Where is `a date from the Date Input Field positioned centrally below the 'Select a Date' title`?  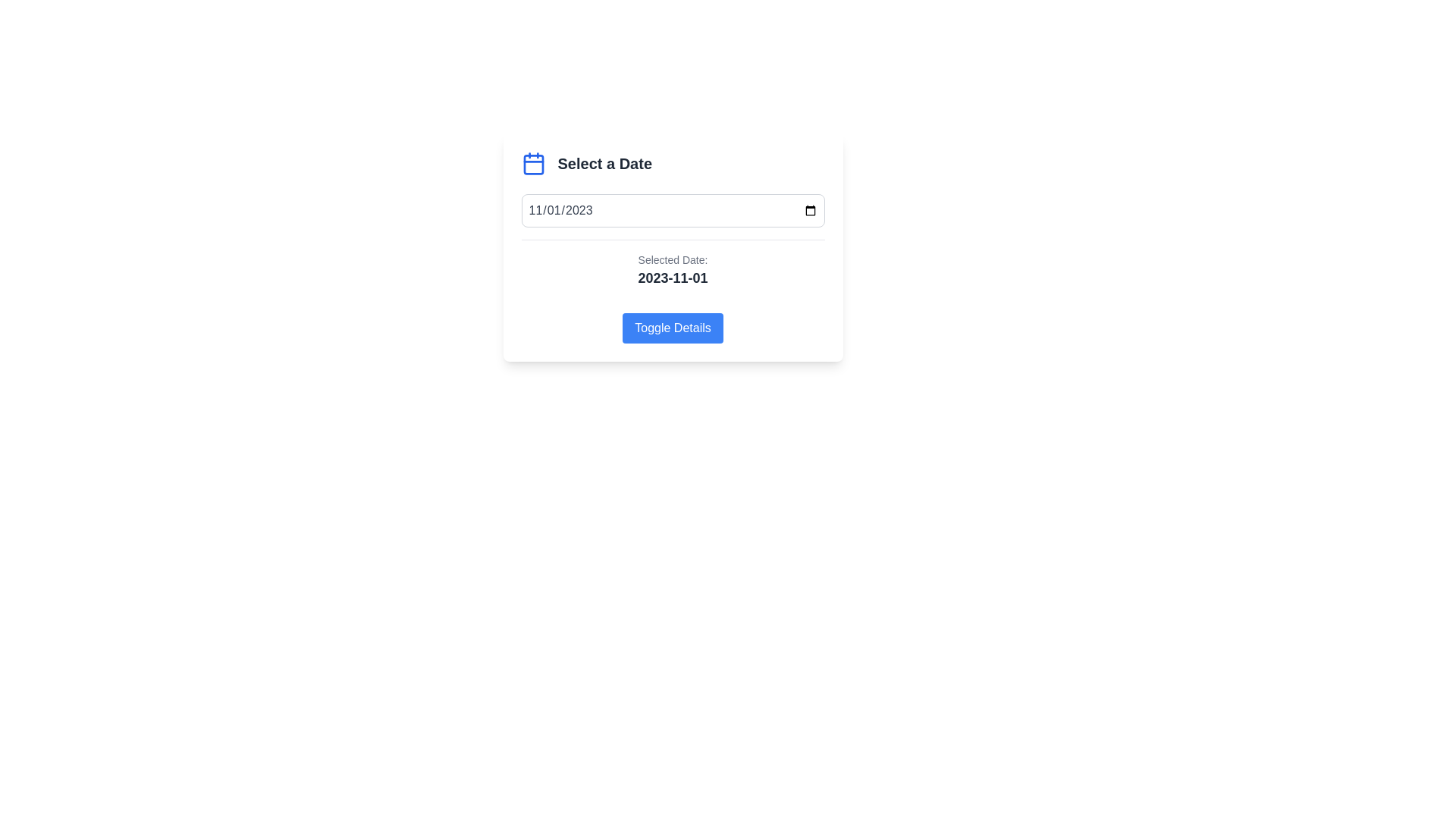 a date from the Date Input Field positioned centrally below the 'Select a Date' title is located at coordinates (672, 210).